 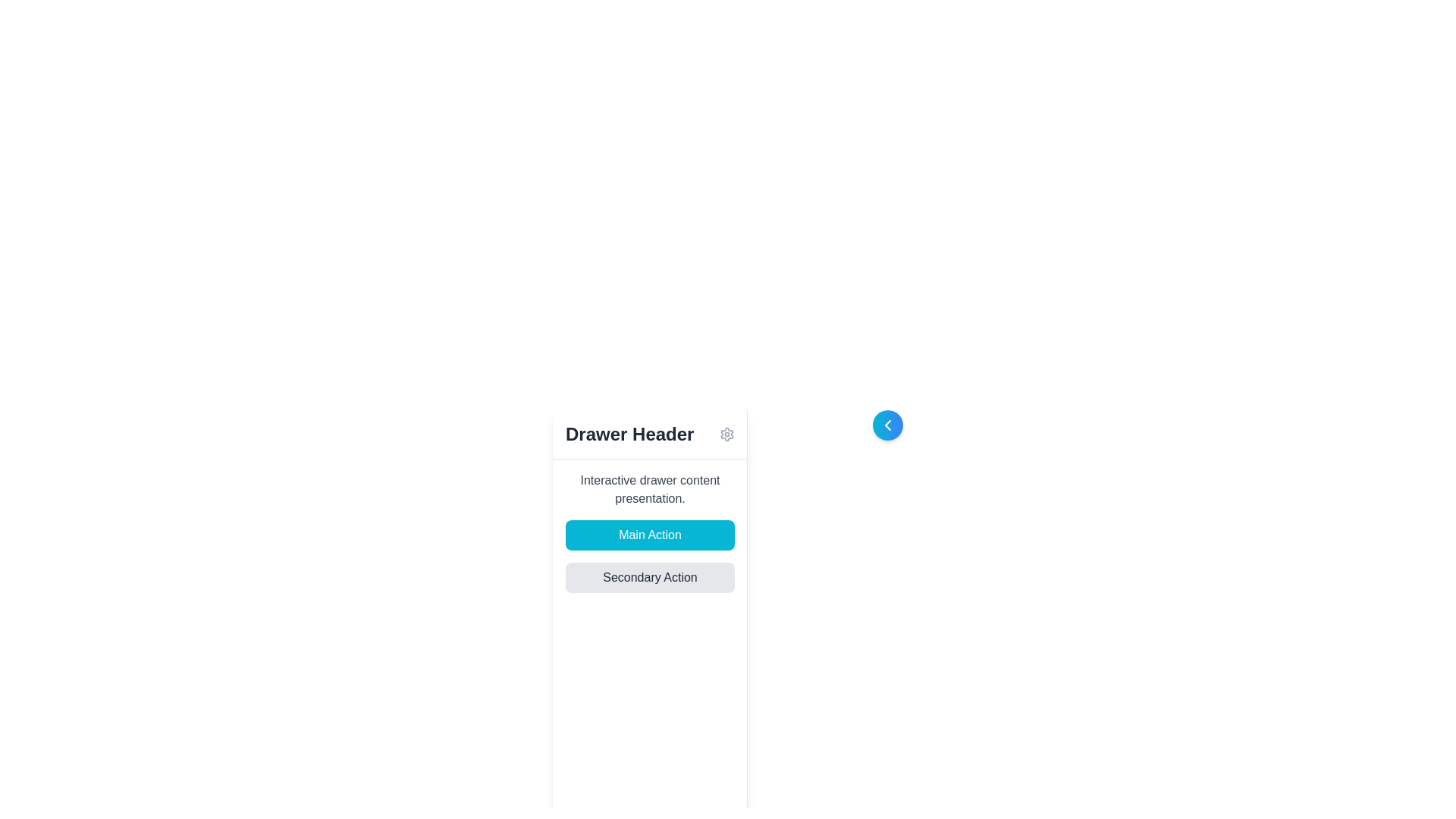 I want to click on the horizontally elongated rectangular button labeled 'Secondary Action', so click(x=650, y=578).